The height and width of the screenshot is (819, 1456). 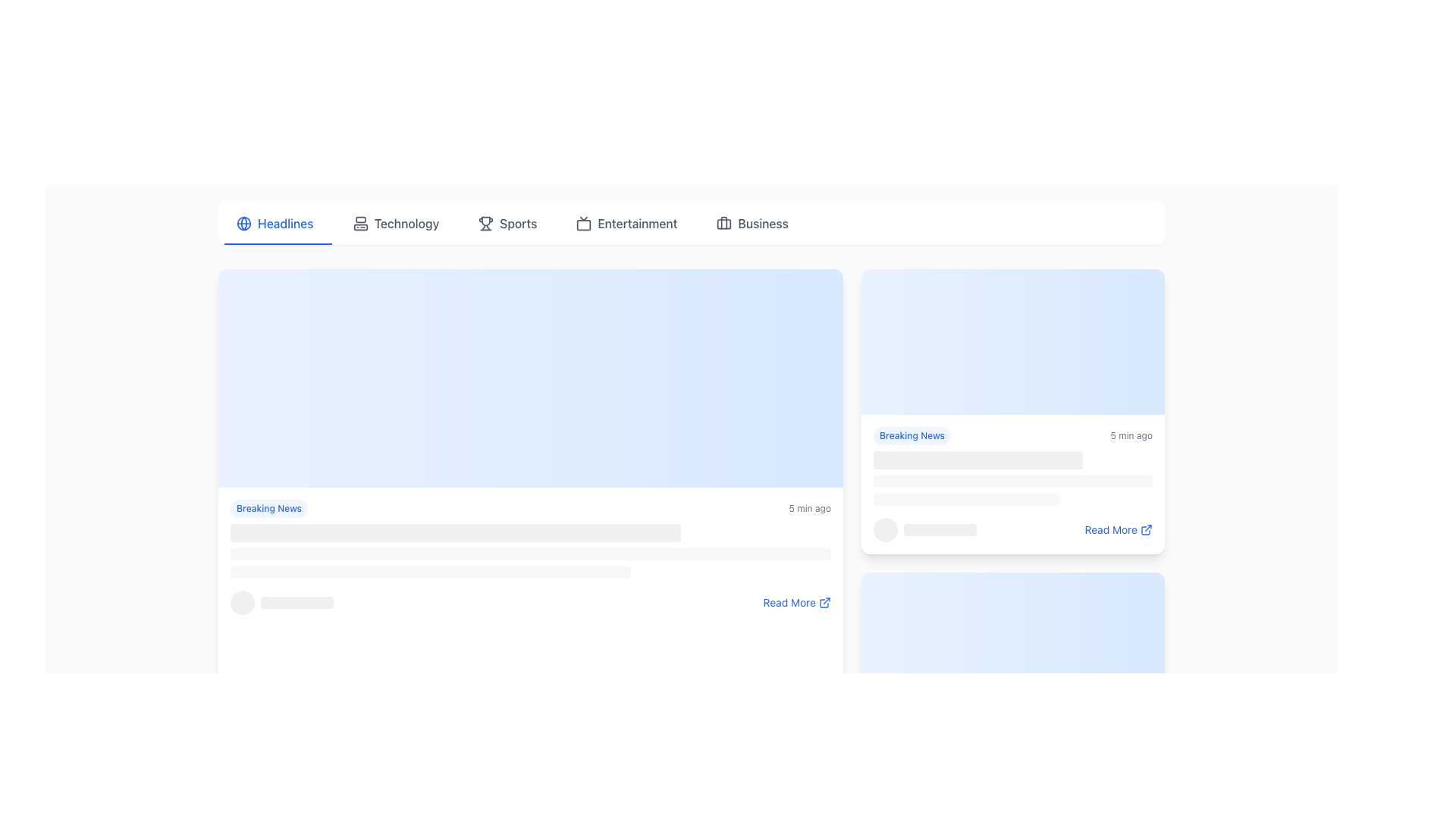 What do you see at coordinates (243, 223) in the screenshot?
I see `the central circular shape of the globe icon in the navigation bar, located next to the 'Headlines' text` at bounding box center [243, 223].